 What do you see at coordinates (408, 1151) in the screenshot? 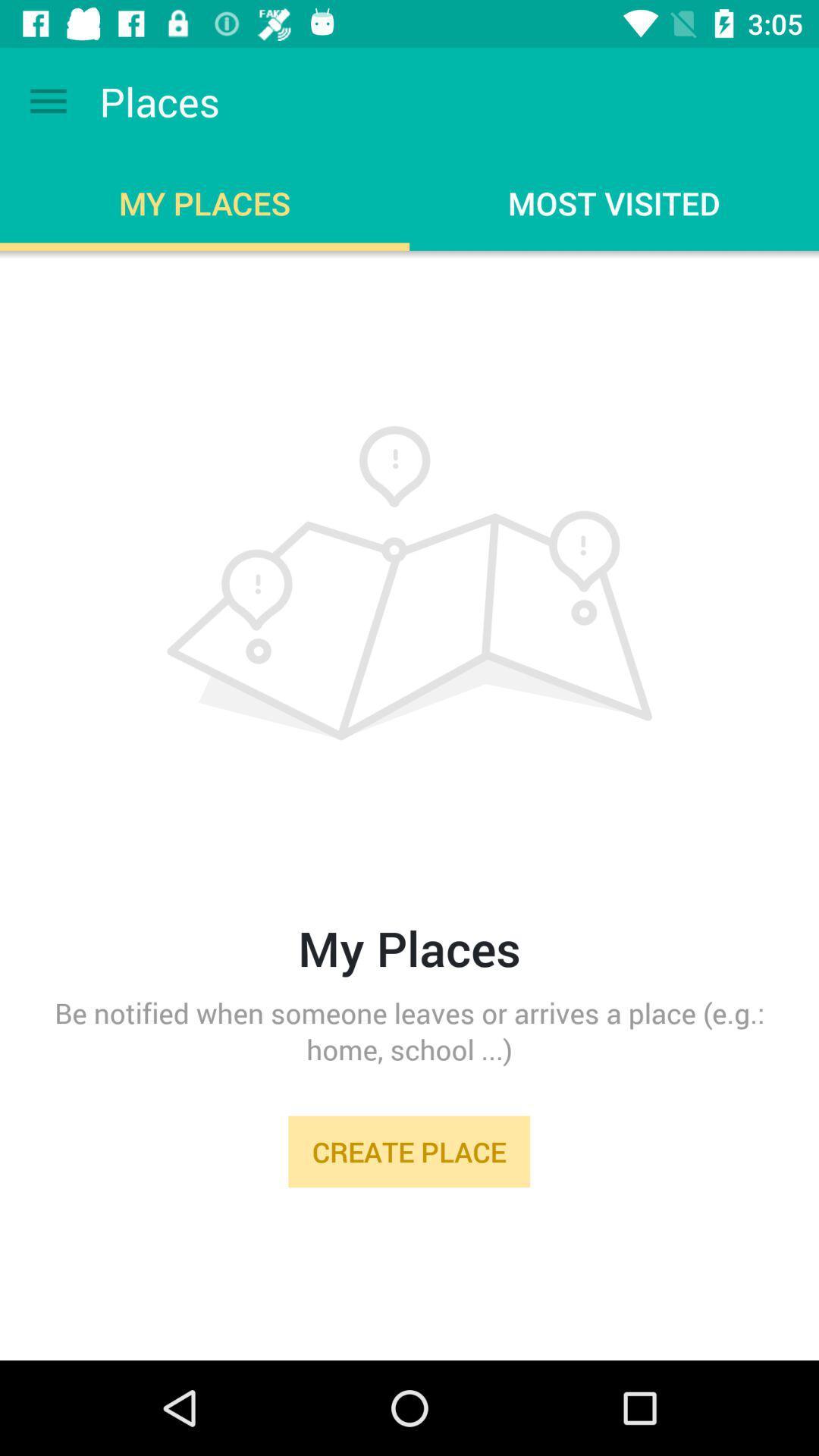
I see `the icon below the be notified when` at bounding box center [408, 1151].